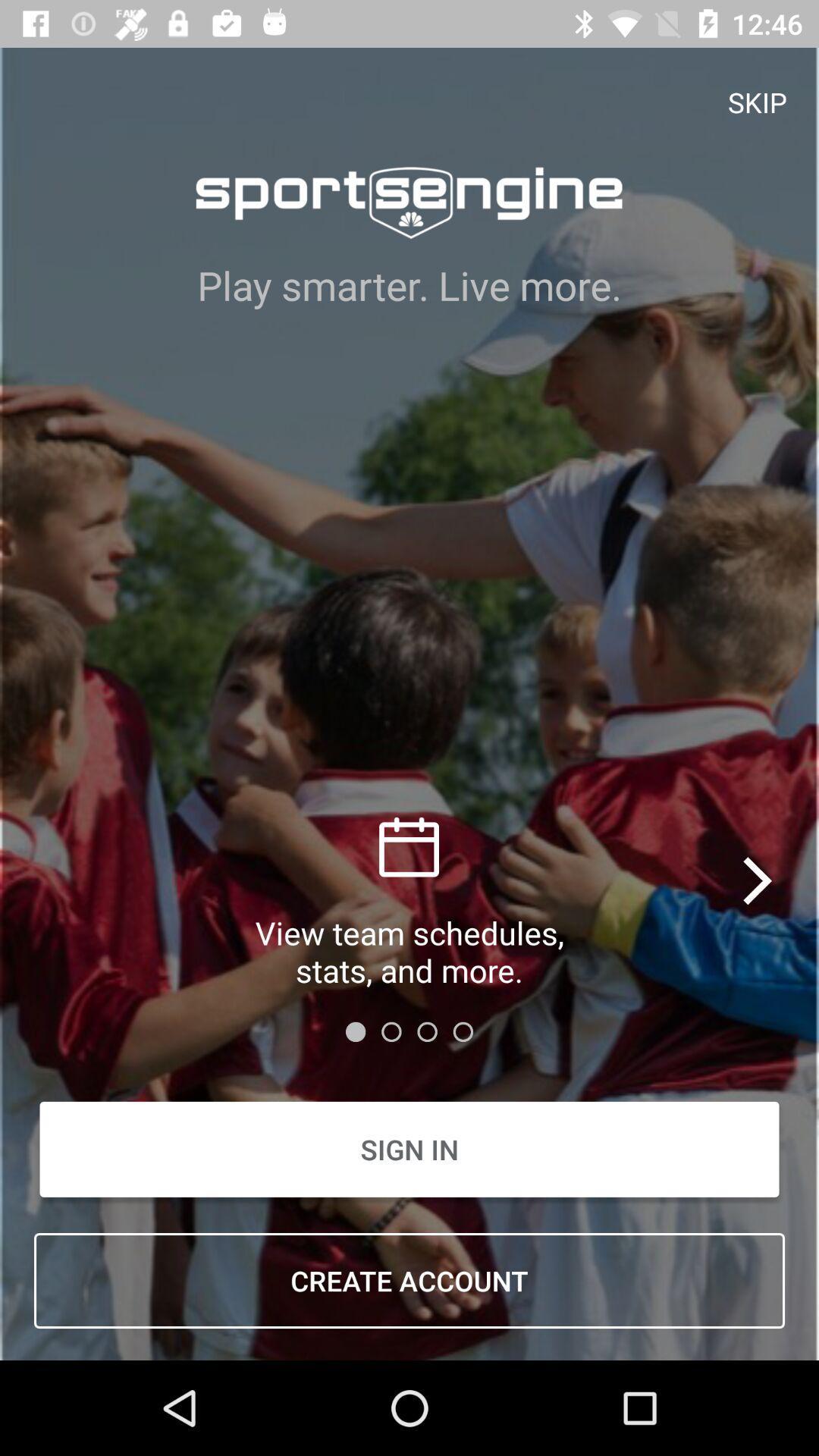 The height and width of the screenshot is (1456, 819). What do you see at coordinates (758, 101) in the screenshot?
I see `the item above play smarter live item` at bounding box center [758, 101].